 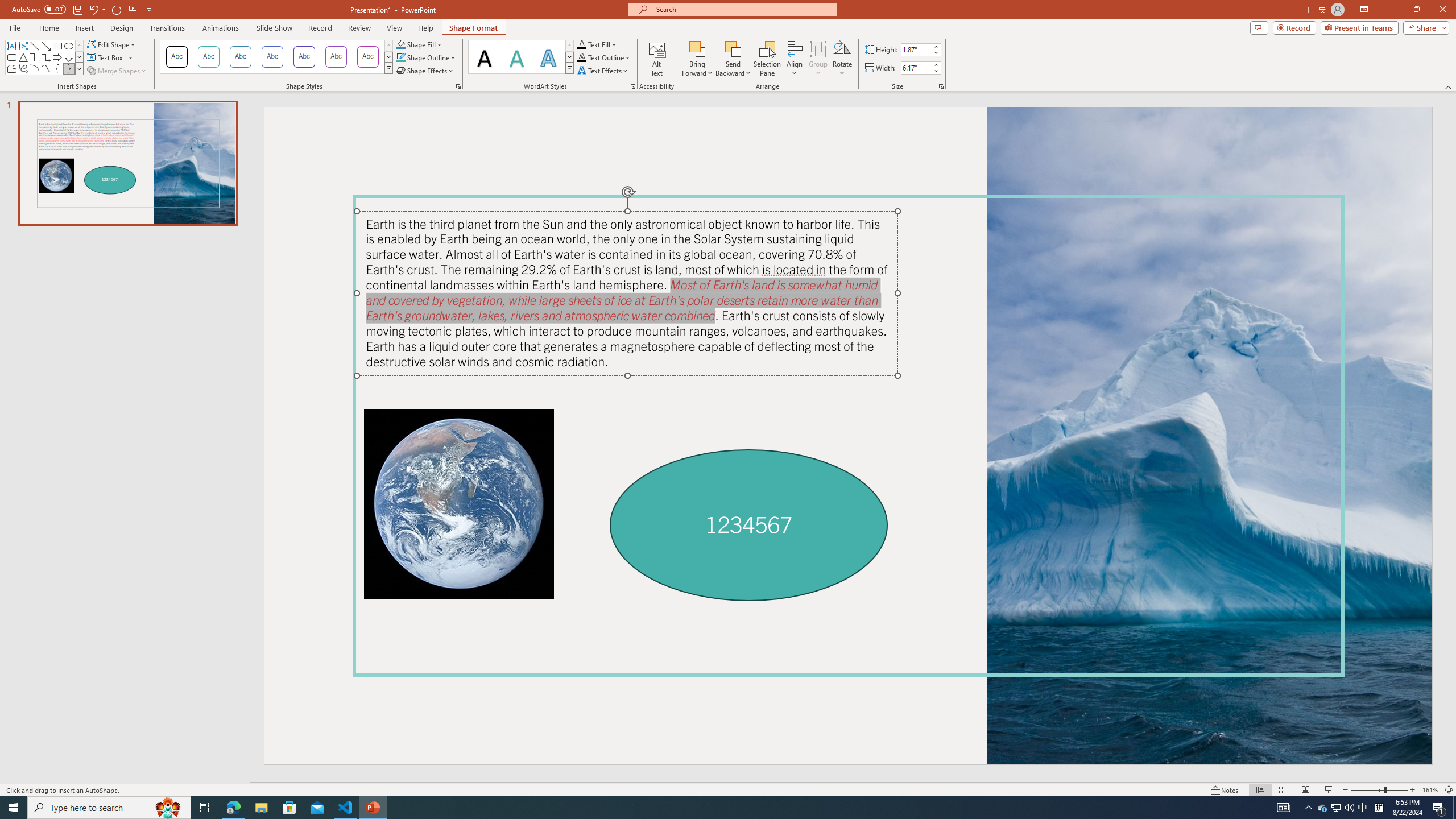 I want to click on 'Align', so click(x=795, y=59).